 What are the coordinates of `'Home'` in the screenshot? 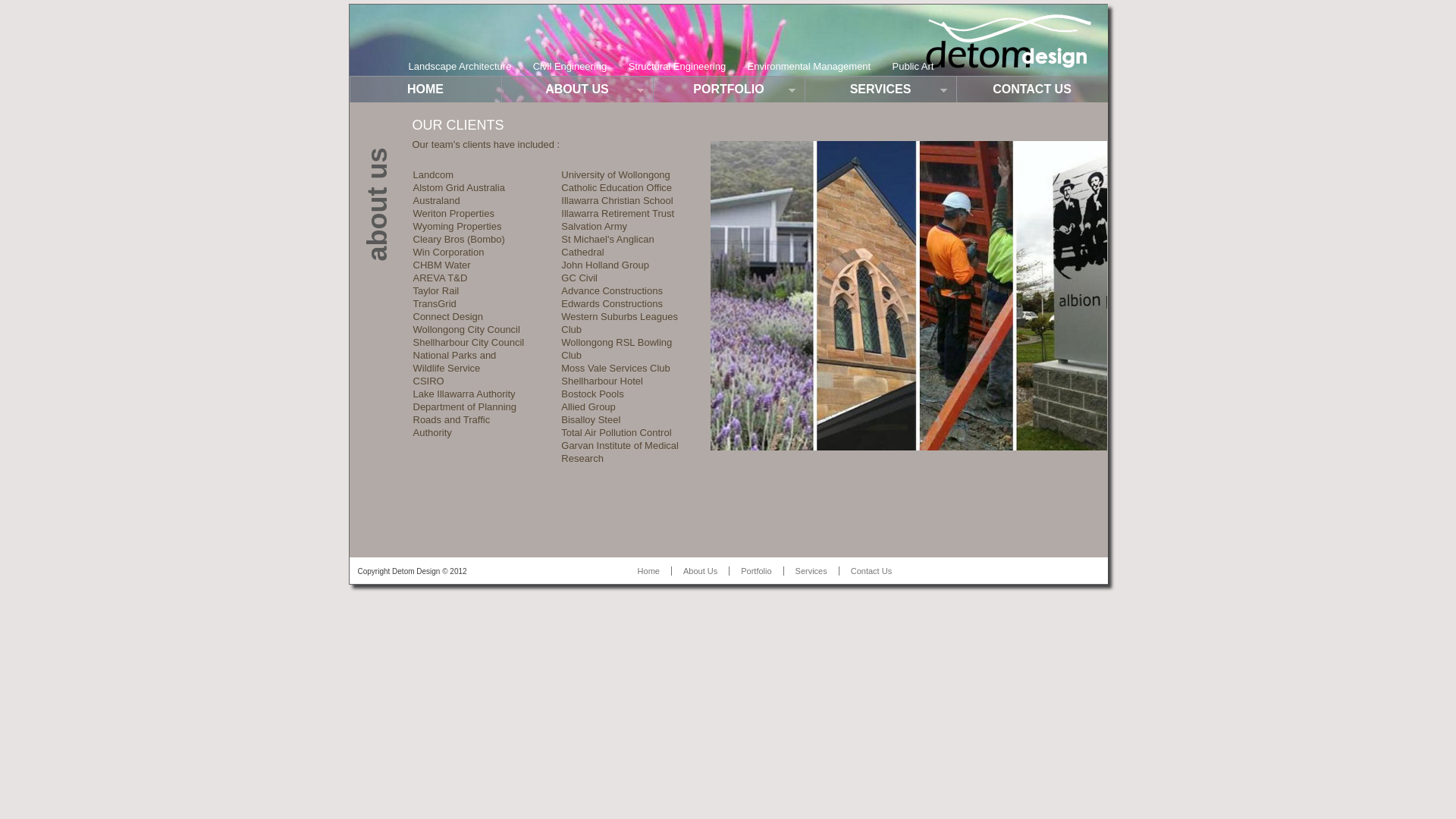 It's located at (648, 570).